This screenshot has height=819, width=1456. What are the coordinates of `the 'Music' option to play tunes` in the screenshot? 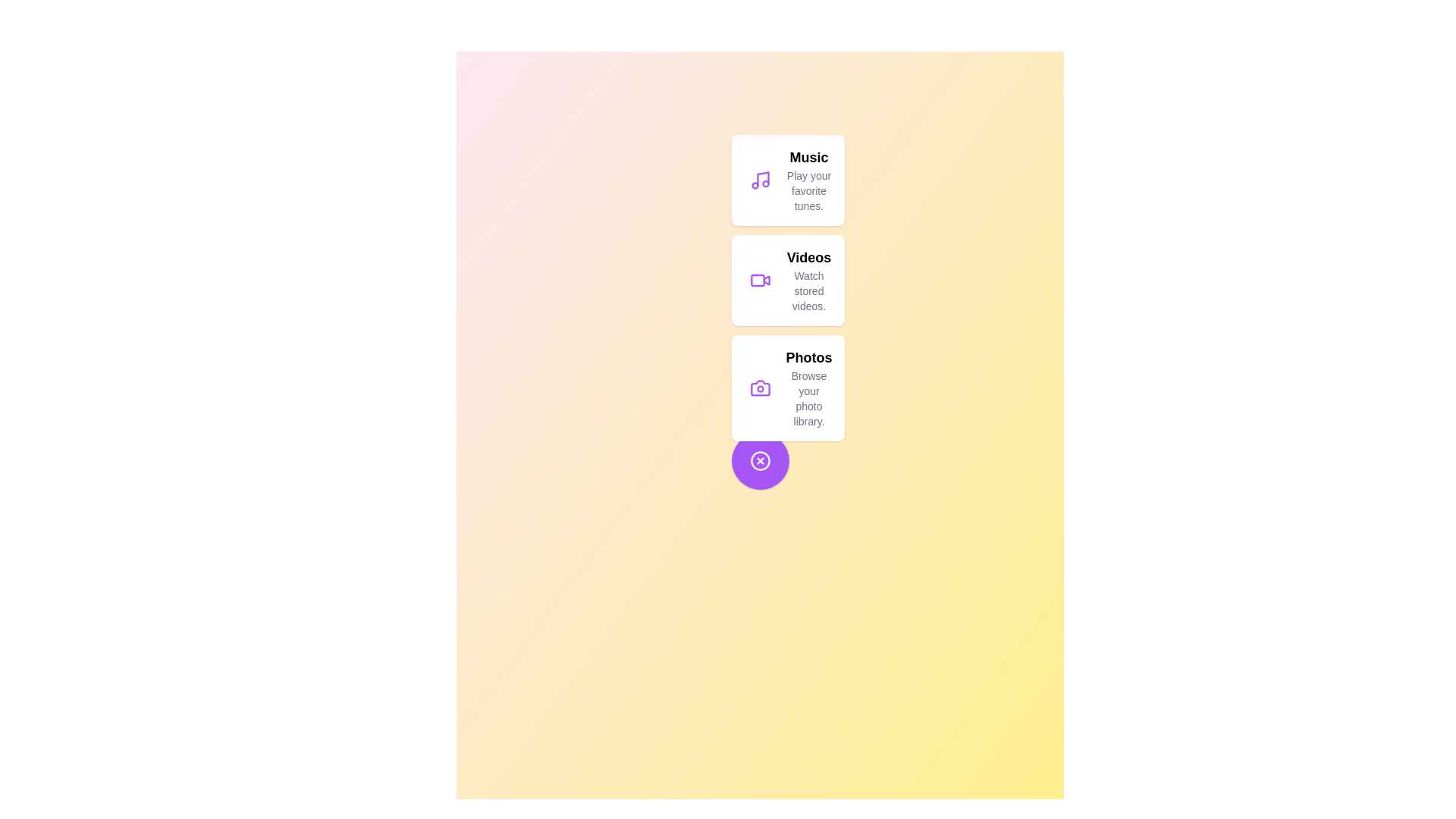 It's located at (787, 180).